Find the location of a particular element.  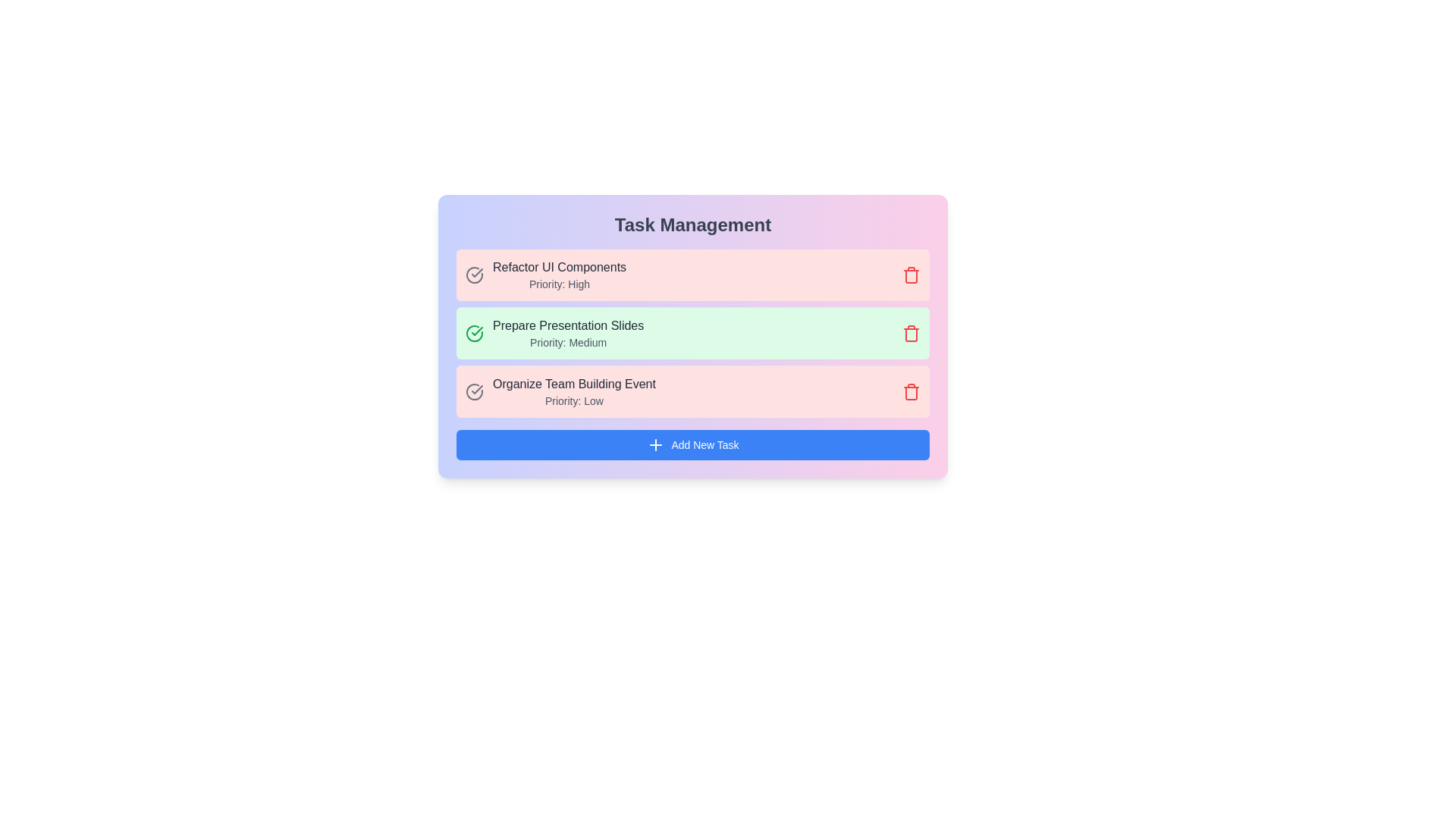

delete button for the task with the name 'Organize Team Building Event' is located at coordinates (910, 391).